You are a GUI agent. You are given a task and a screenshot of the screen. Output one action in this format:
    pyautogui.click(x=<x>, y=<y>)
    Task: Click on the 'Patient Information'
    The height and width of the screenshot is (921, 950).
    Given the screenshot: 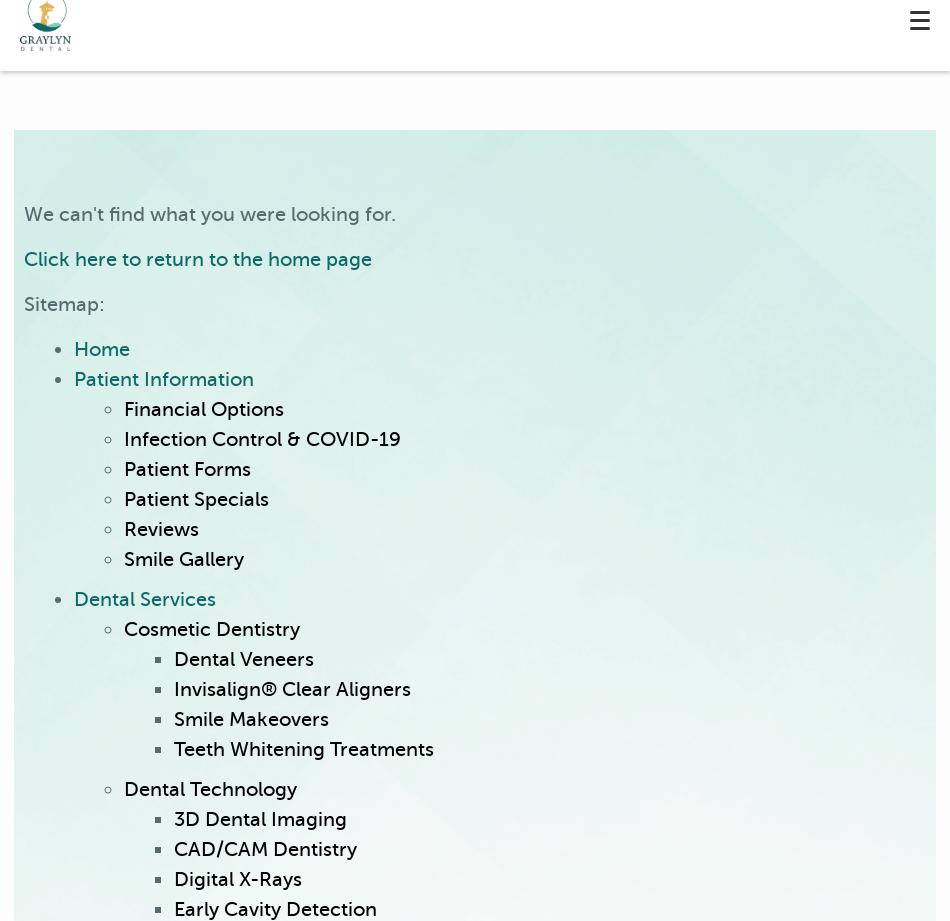 What is the action you would take?
    pyautogui.click(x=163, y=379)
    